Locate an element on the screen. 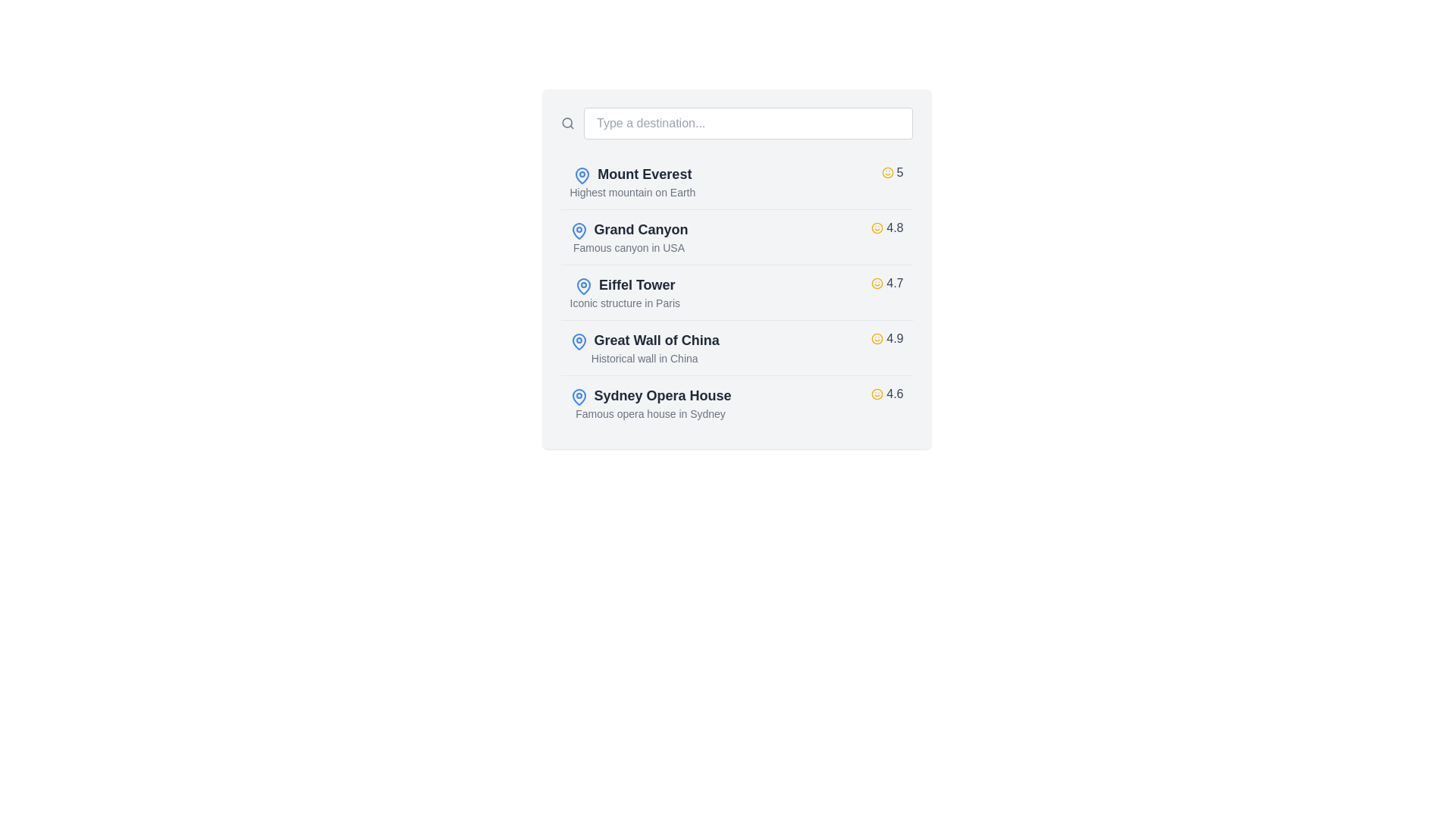  the list item displaying 'Grand Canyon' with a rating of 4.8 for more details is located at coordinates (736, 237).